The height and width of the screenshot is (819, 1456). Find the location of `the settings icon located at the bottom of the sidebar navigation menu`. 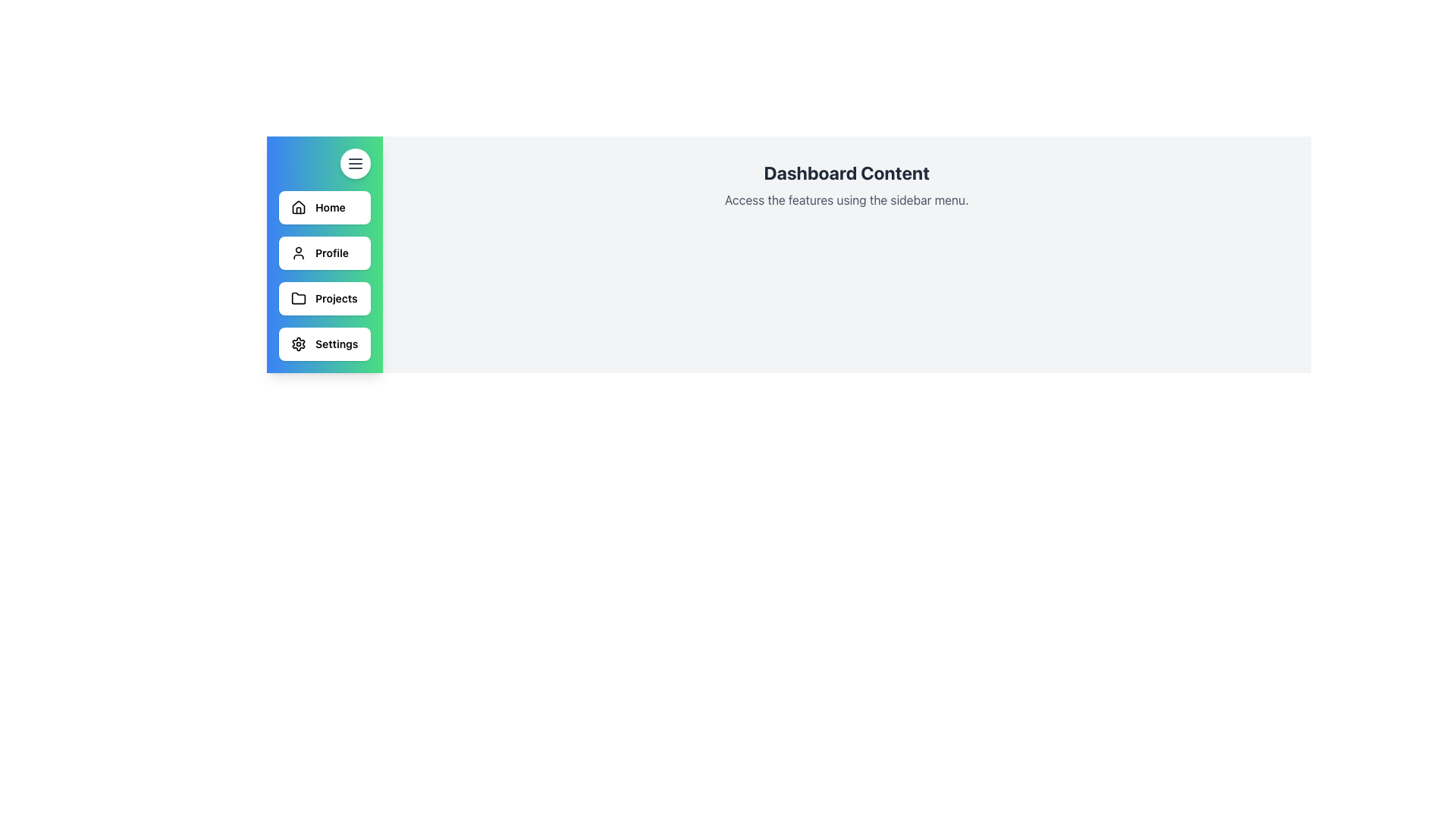

the settings icon located at the bottom of the sidebar navigation menu is located at coordinates (298, 344).